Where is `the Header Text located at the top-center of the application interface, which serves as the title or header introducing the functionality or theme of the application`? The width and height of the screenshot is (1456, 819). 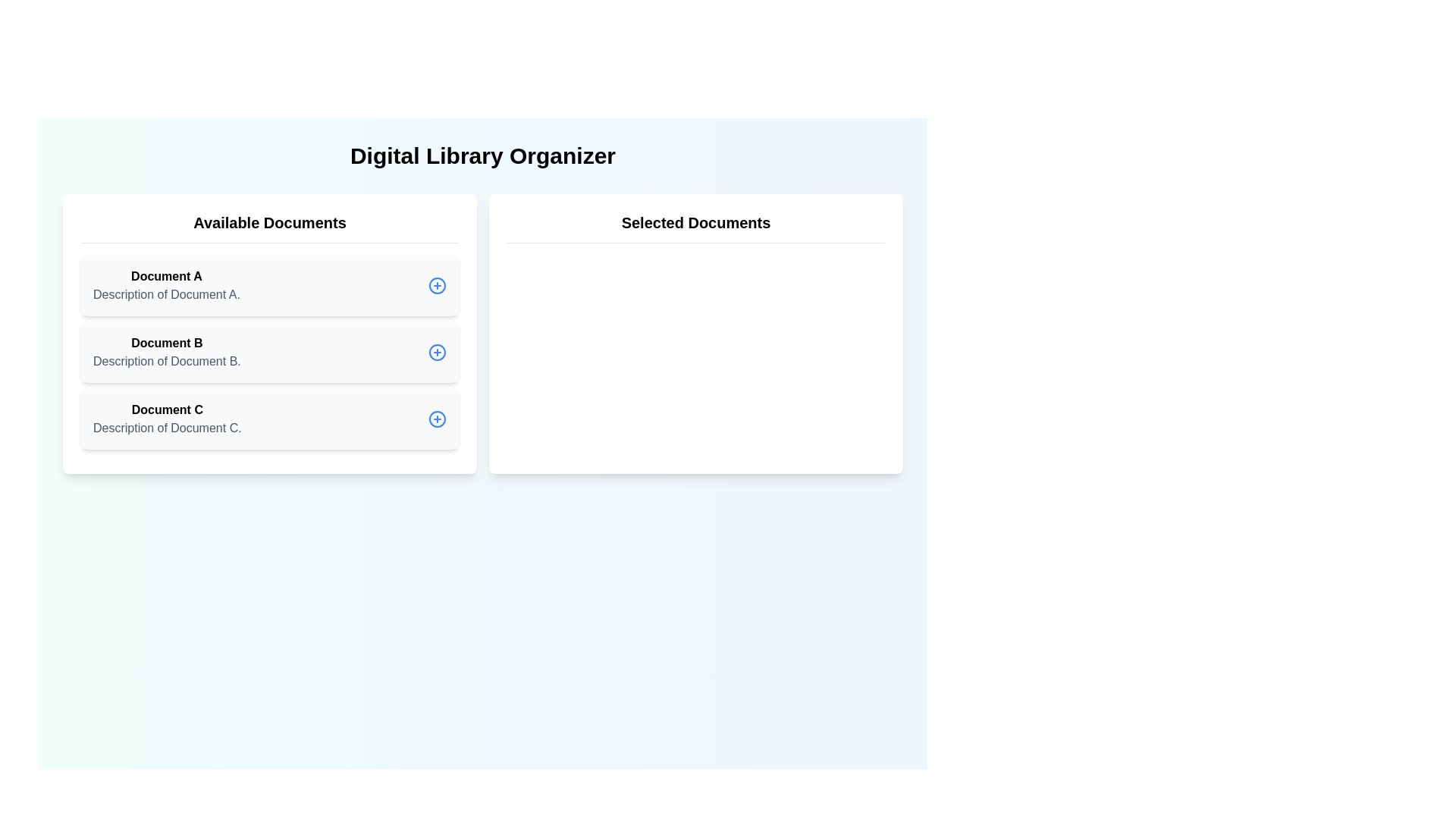
the Header Text located at the top-center of the application interface, which serves as the title or header introducing the functionality or theme of the application is located at coordinates (482, 155).